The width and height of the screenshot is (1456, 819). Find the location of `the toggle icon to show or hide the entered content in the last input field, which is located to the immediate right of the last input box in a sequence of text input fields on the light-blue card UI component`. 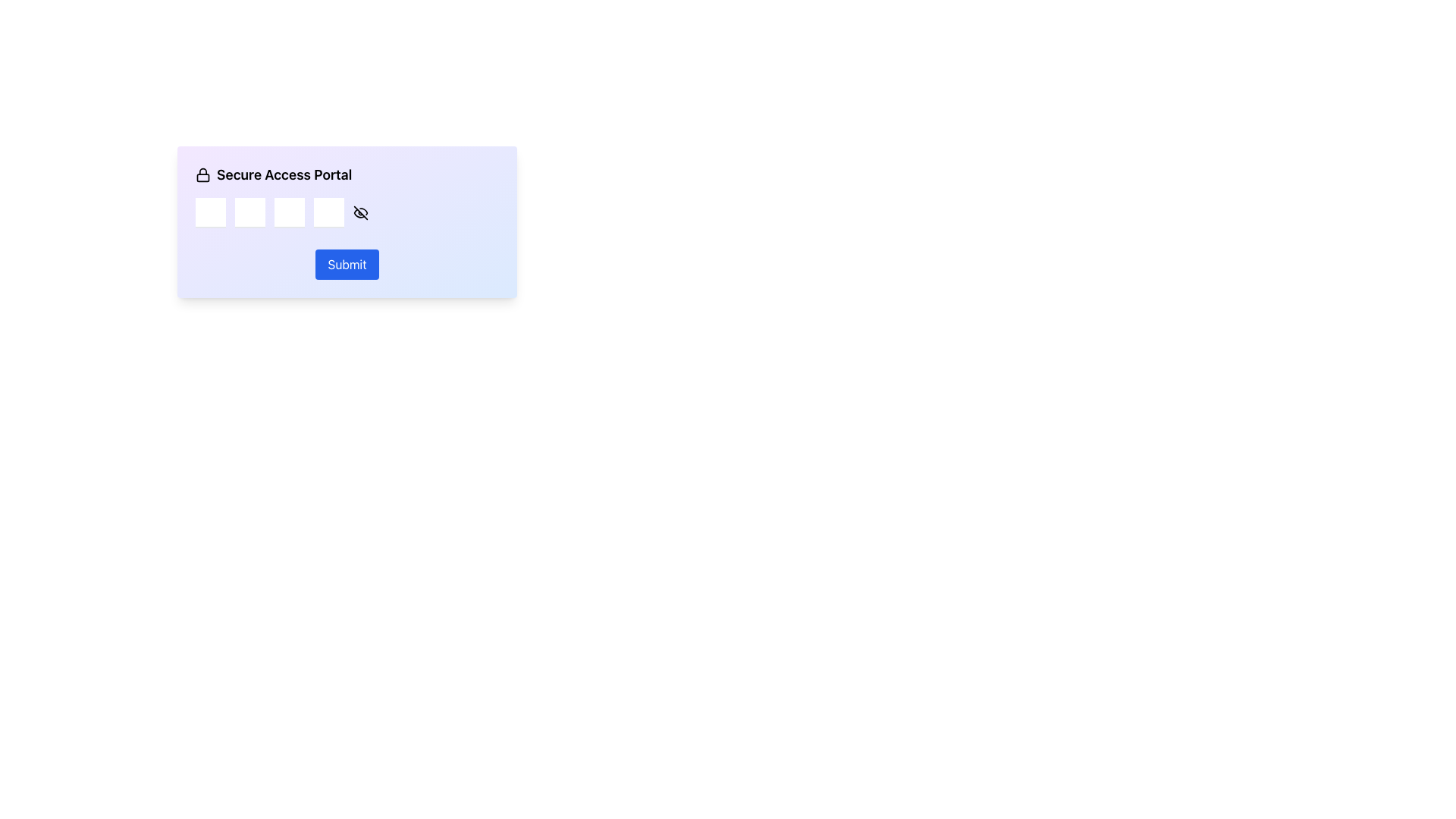

the toggle icon to show or hide the entered content in the last input field, which is located to the immediate right of the last input box in a sequence of text input fields on the light-blue card UI component is located at coordinates (359, 213).